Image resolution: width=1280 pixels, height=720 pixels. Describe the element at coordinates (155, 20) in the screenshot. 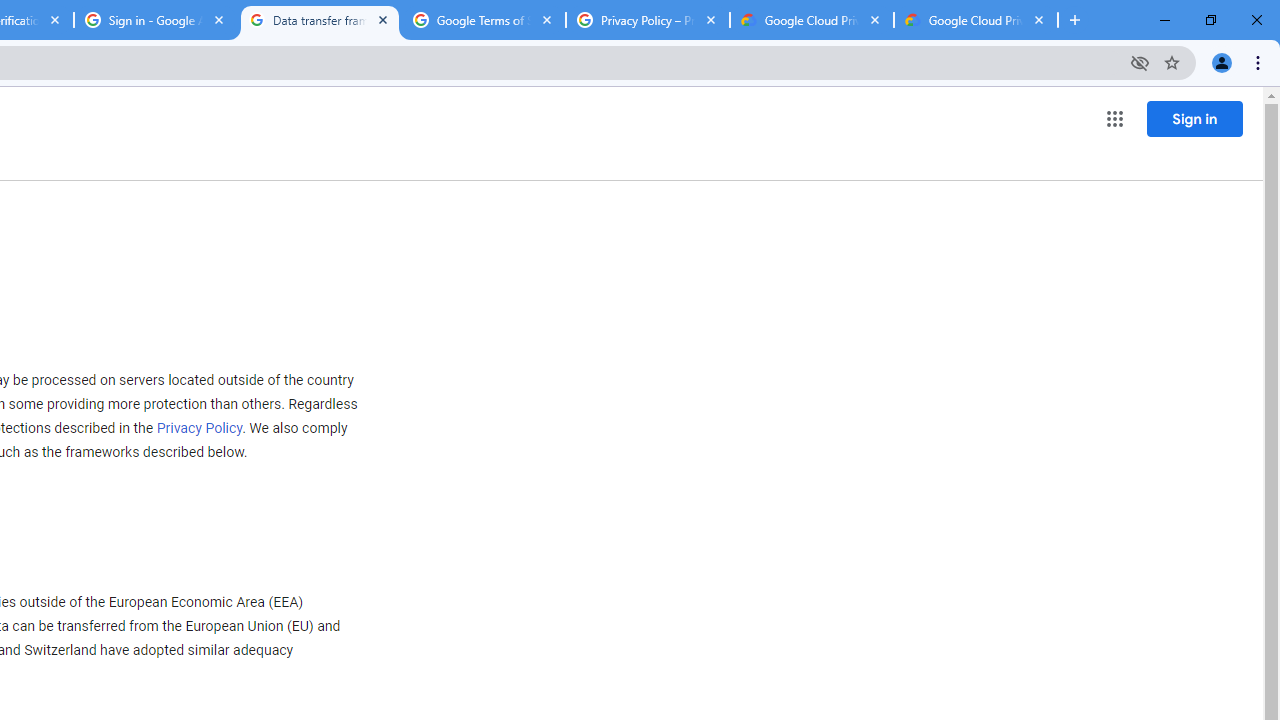

I see `'Sign in - Google Accounts'` at that location.